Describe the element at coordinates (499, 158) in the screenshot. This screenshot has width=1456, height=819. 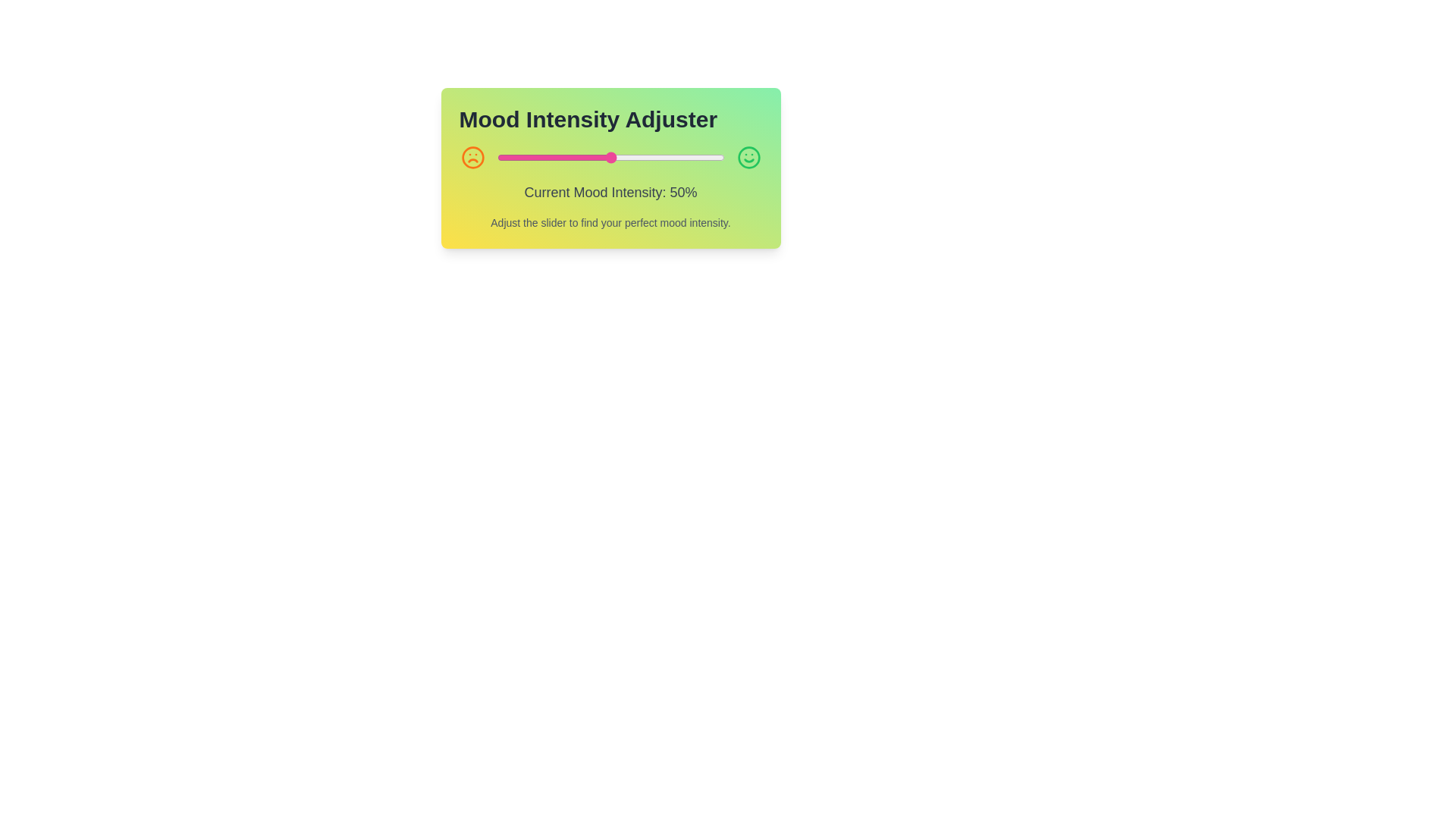
I see `the mood intensity slider to 1% by dragging the slider handle` at that location.